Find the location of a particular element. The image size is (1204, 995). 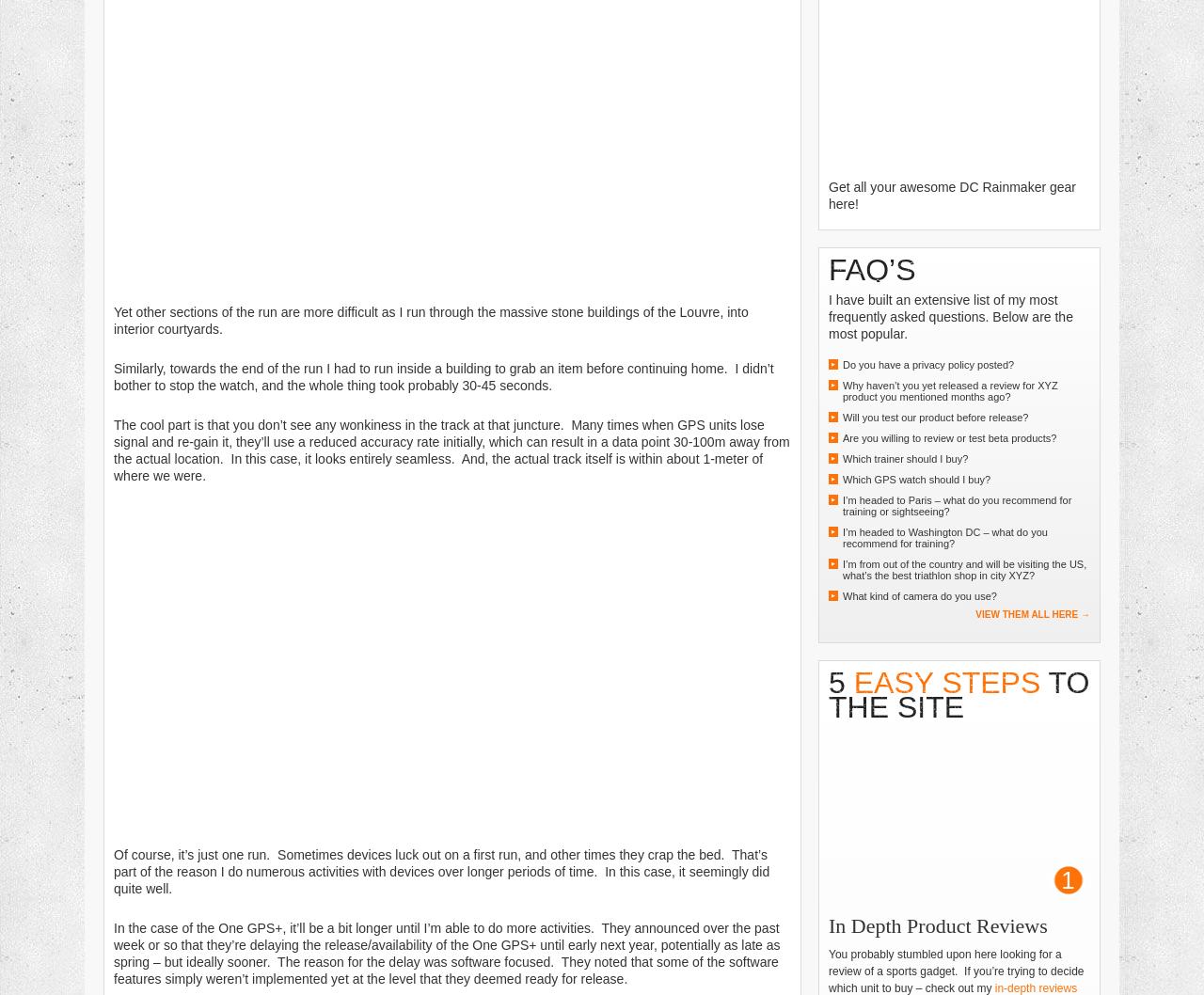

'1' is located at coordinates (1067, 880).